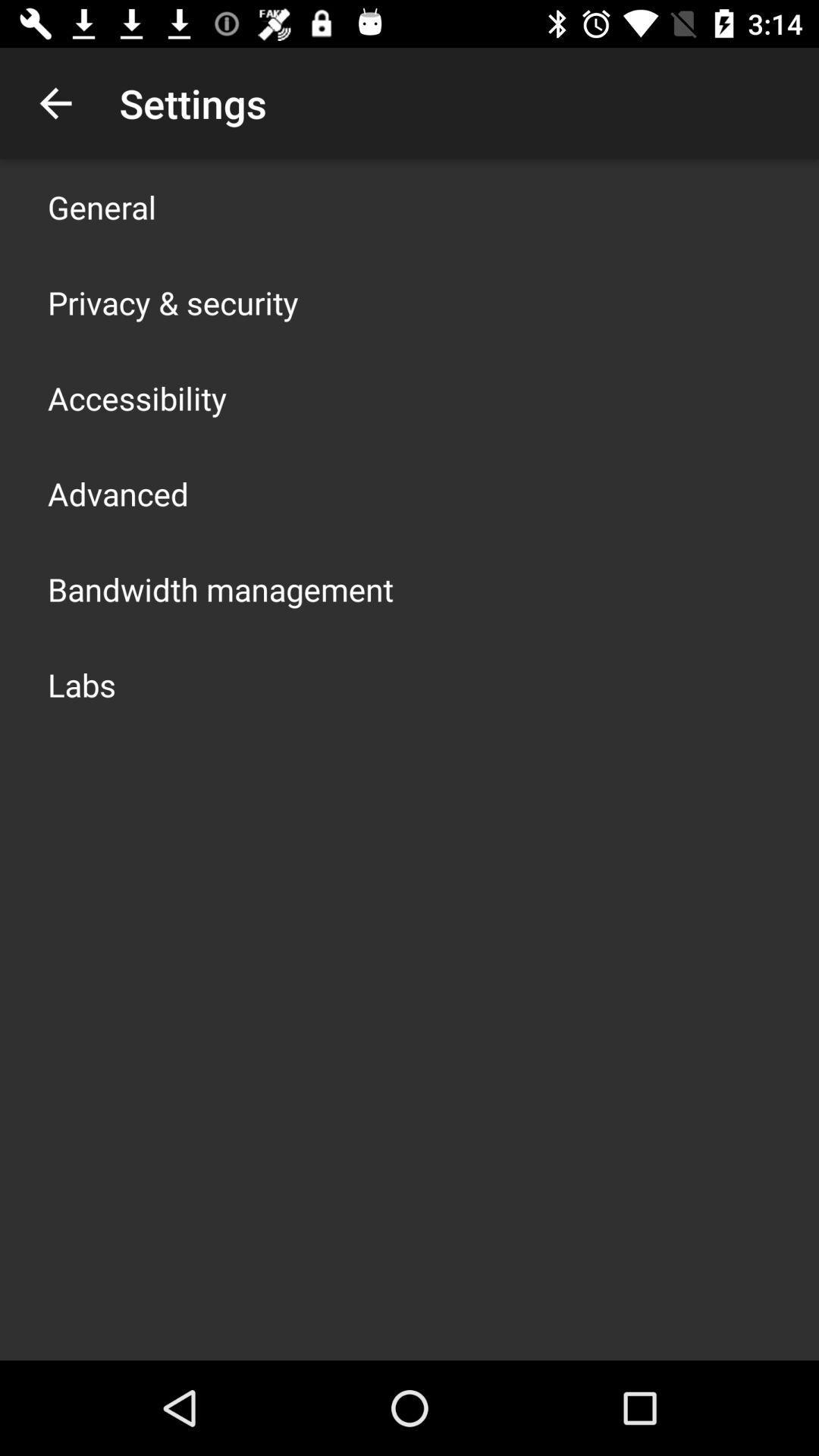 This screenshot has width=819, height=1456. Describe the element at coordinates (82, 683) in the screenshot. I see `app below bandwidth management app` at that location.